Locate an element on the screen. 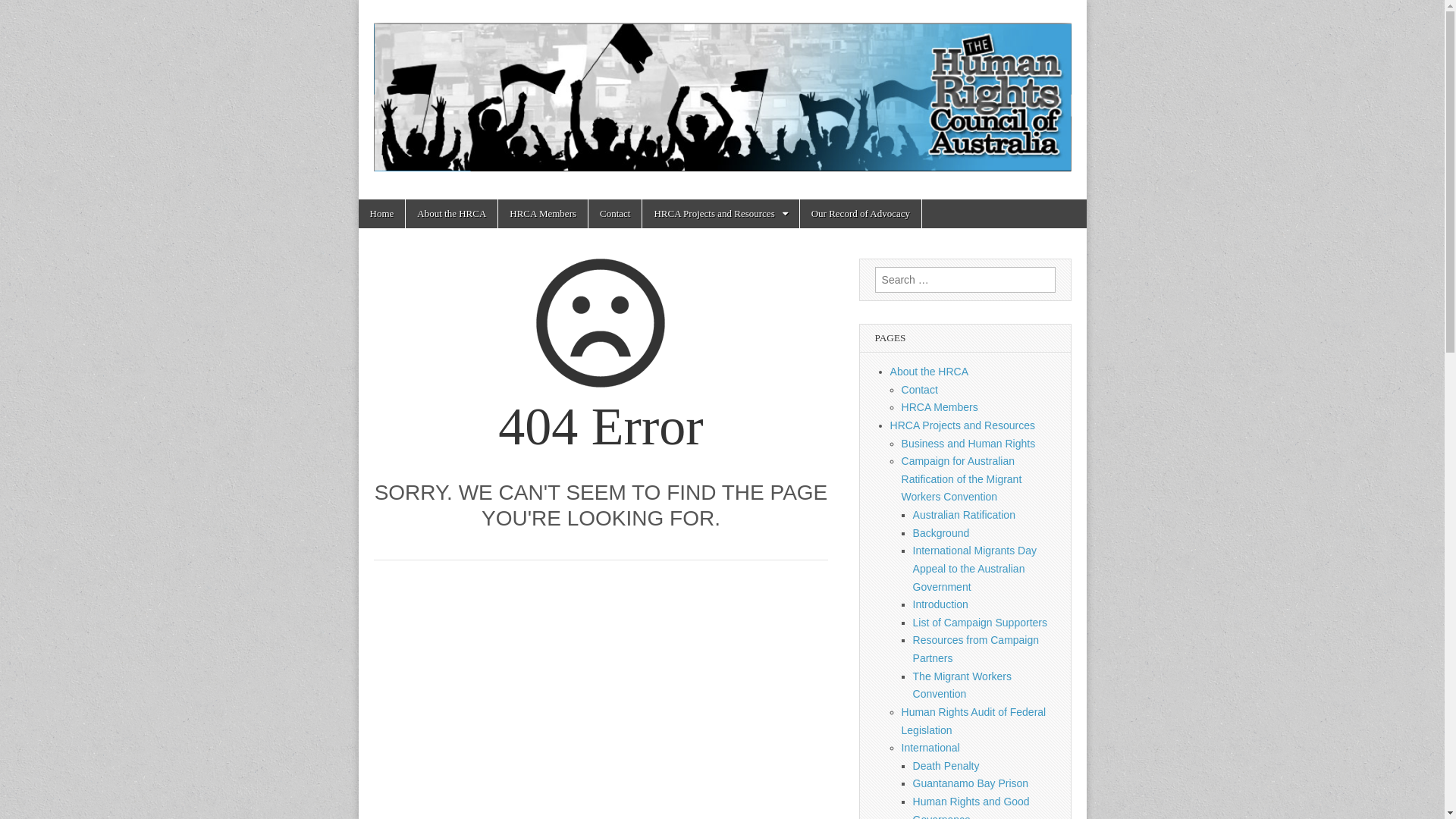 The height and width of the screenshot is (819, 1456). 'Death Penalty' is located at coordinates (946, 766).